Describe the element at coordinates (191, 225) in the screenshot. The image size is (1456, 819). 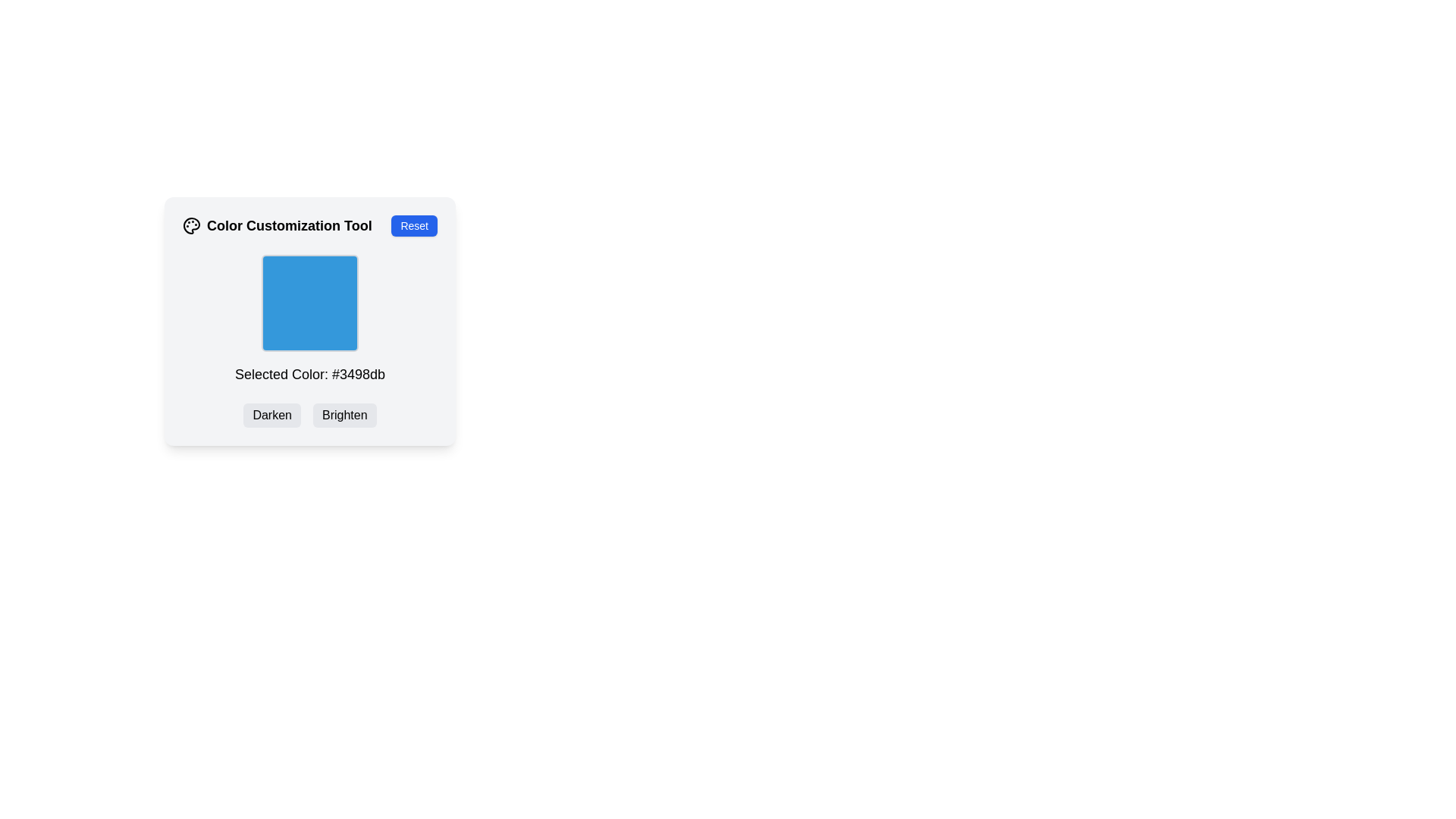
I see `the color customization tool icon located in the header, positioned to the left of the 'Color Customization Tool' title` at that location.